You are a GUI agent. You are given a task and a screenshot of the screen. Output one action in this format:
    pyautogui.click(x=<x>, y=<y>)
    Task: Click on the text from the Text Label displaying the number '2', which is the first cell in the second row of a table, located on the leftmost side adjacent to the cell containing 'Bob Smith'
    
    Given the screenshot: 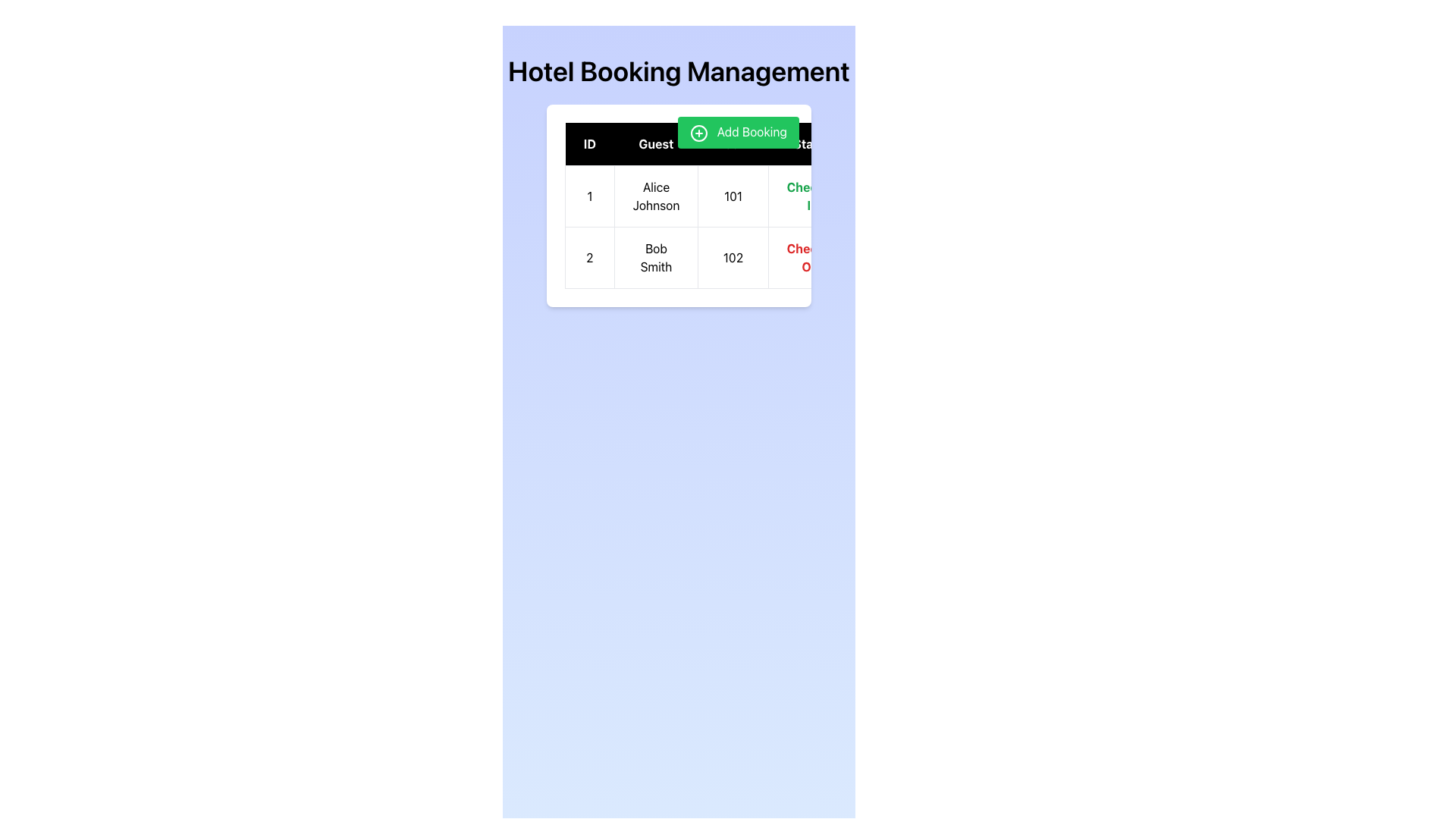 What is the action you would take?
    pyautogui.click(x=588, y=256)
    